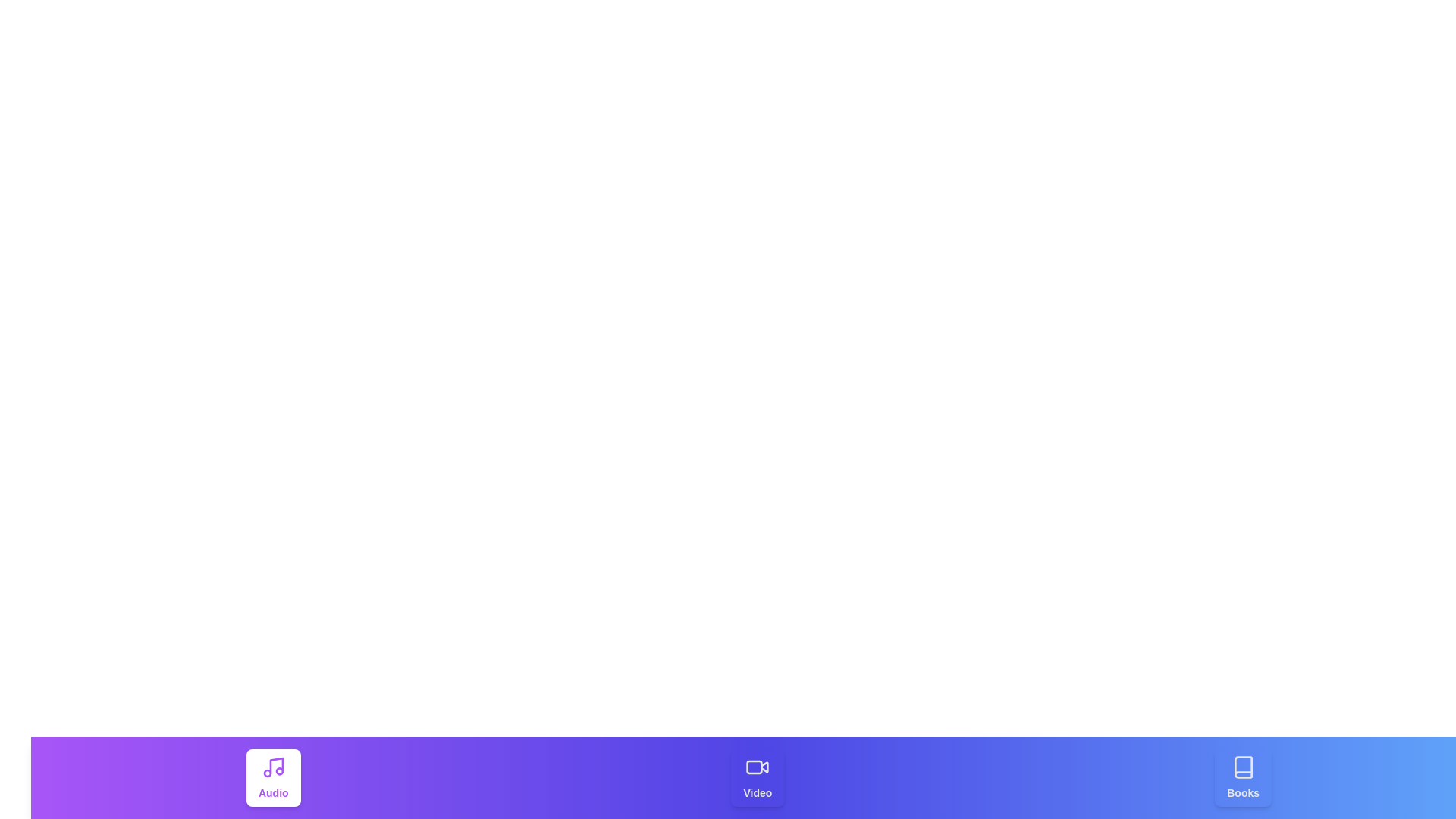  What do you see at coordinates (1243, 778) in the screenshot?
I see `the 'Books' tab to select it` at bounding box center [1243, 778].